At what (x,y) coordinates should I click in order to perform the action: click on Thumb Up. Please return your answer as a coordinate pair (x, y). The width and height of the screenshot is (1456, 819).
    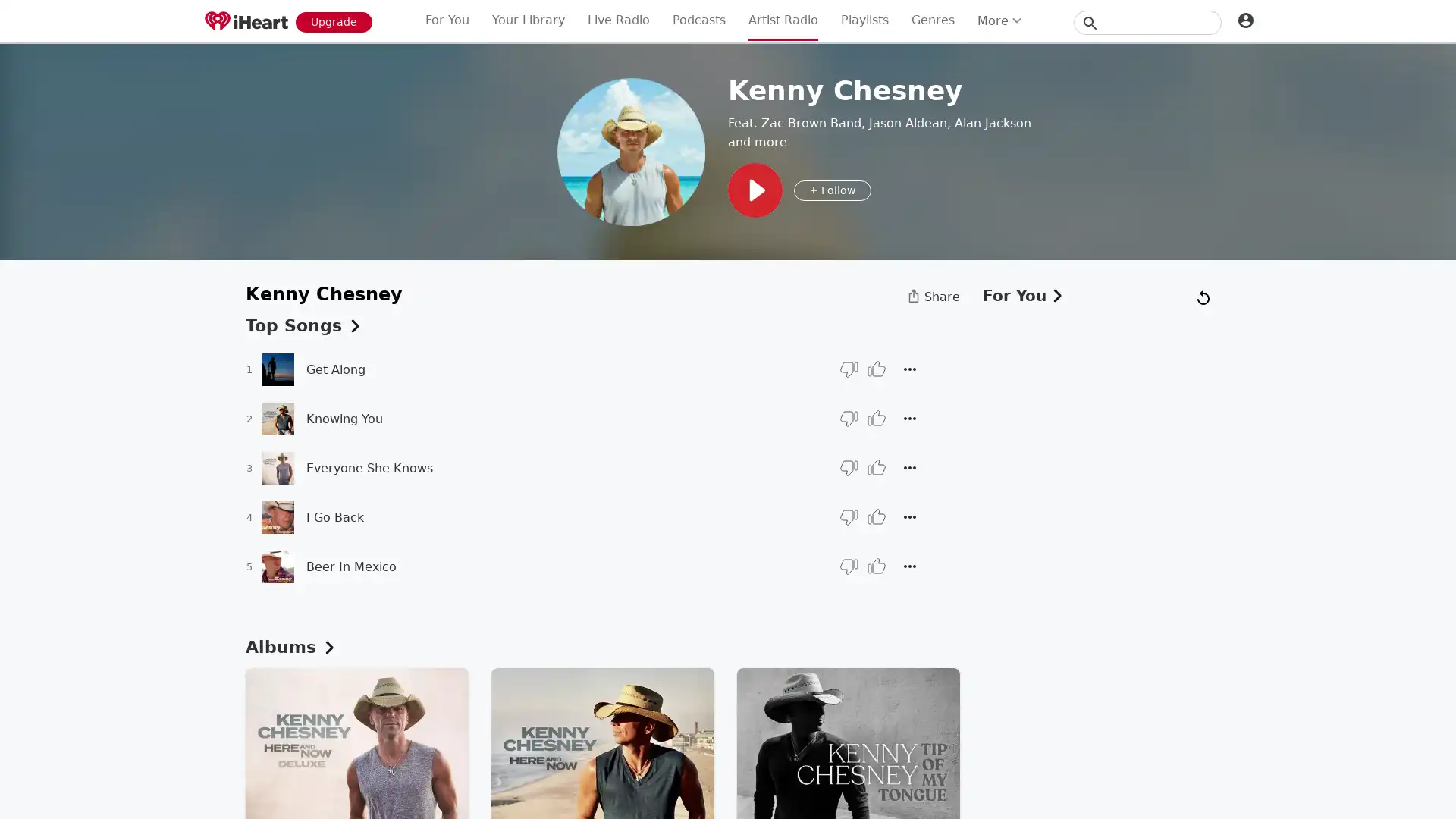
    Looking at the image, I should click on (877, 566).